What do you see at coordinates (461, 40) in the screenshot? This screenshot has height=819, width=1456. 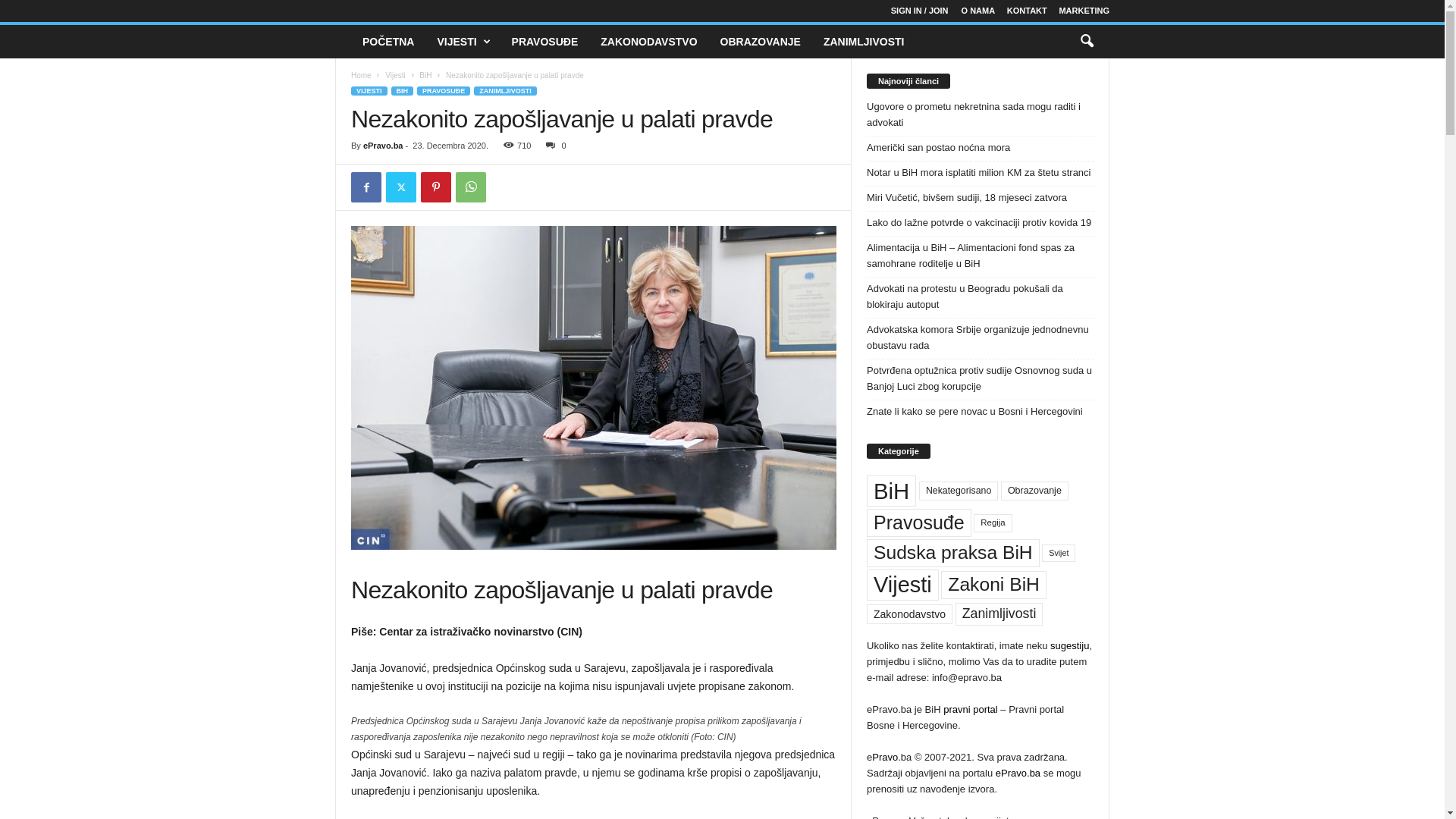 I see `'VIJESTI'` at bounding box center [461, 40].